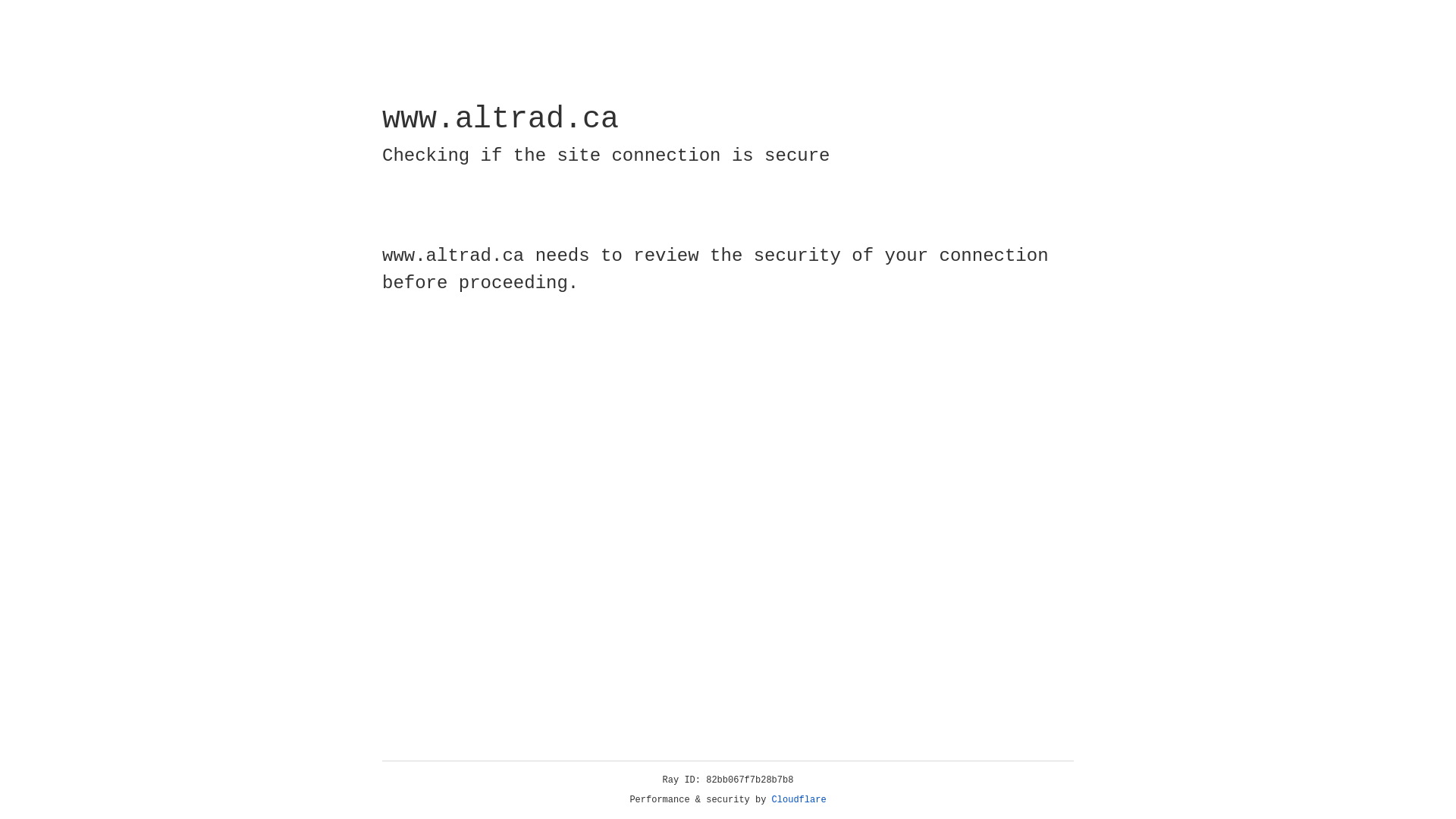  I want to click on 'Cloudflare', so click(799, 799).